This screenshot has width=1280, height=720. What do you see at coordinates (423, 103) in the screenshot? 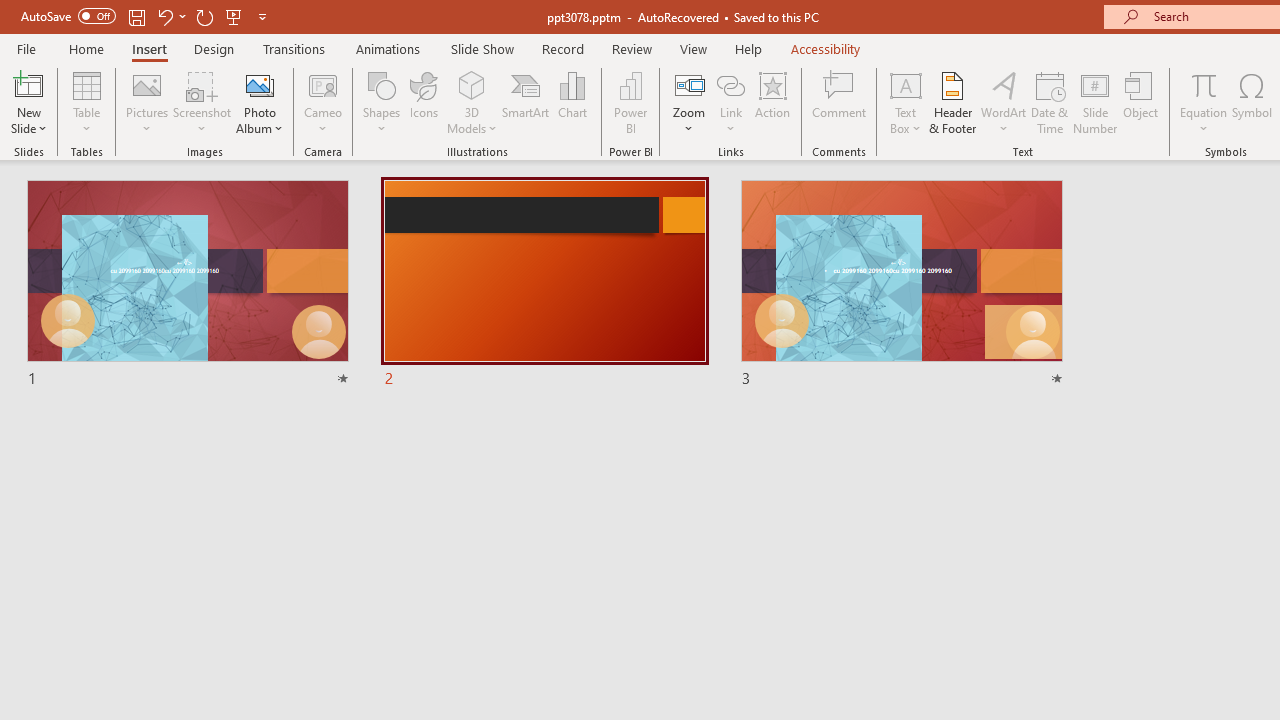
I see `'Icons'` at bounding box center [423, 103].